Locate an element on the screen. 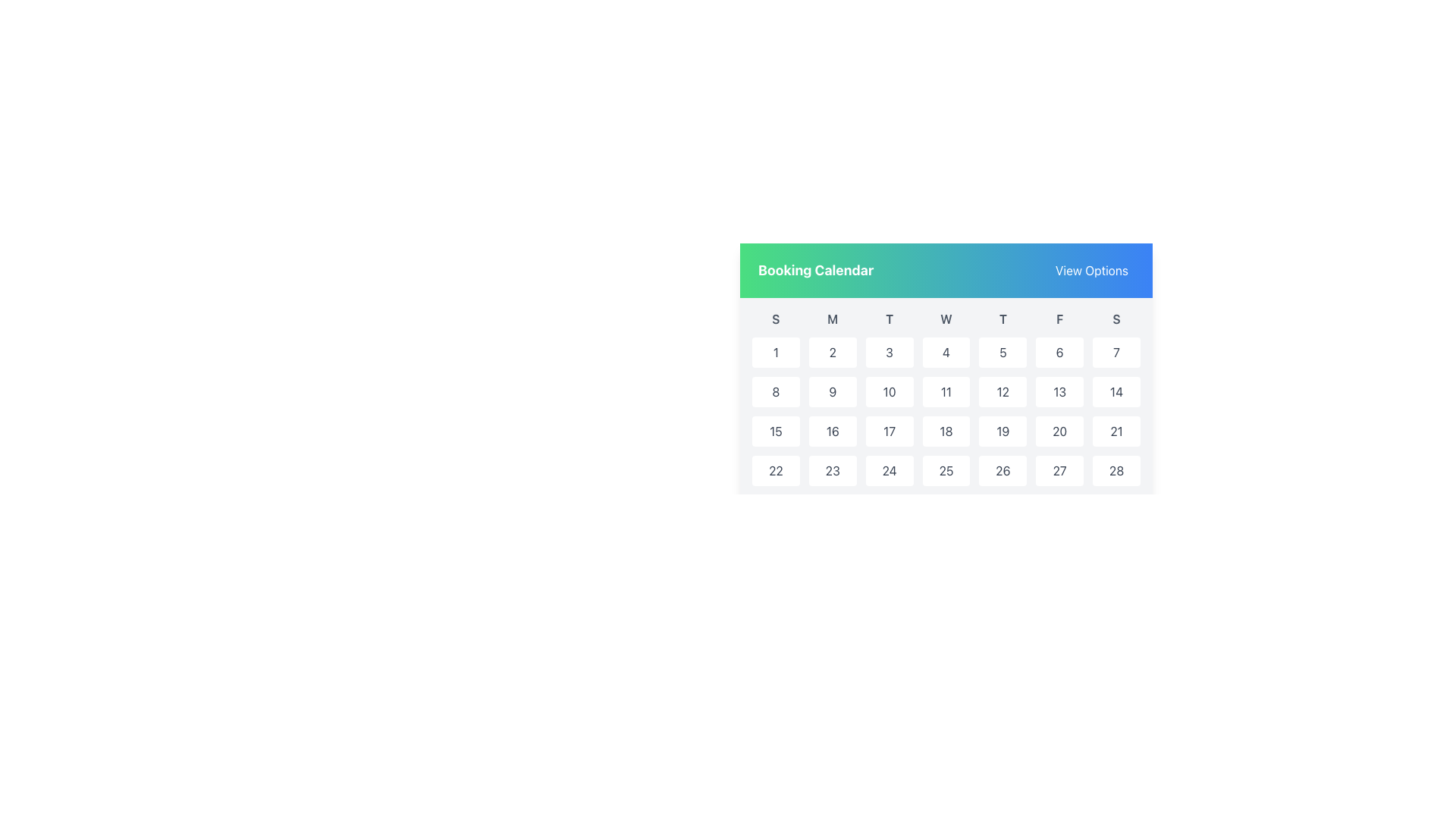  the static text element representing the 12th day of the month in the calendar grid, located in the fifth column of the second row is located at coordinates (1003, 391).